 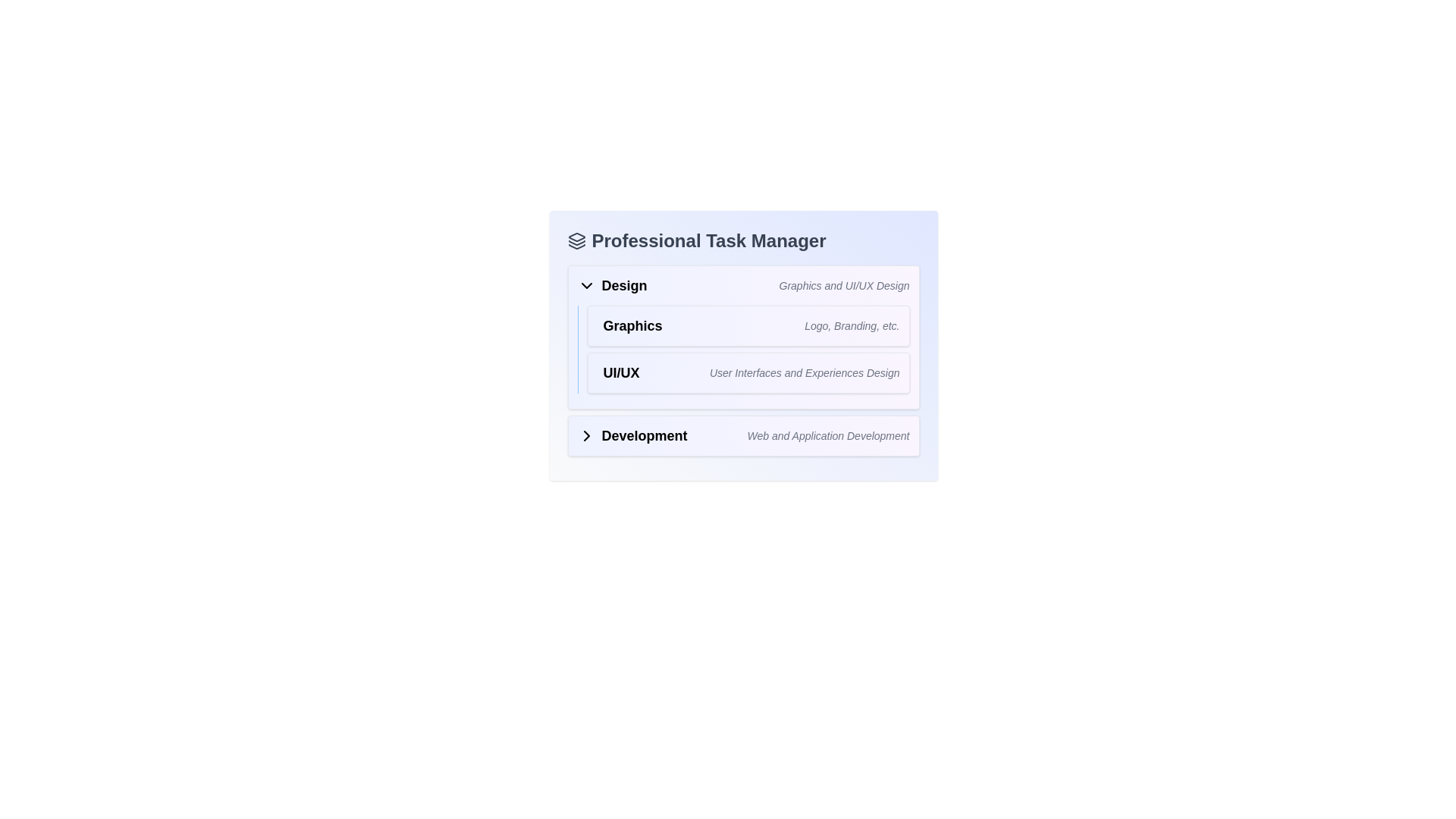 What do you see at coordinates (585, 435) in the screenshot?
I see `the right-pointing chevron icon located to the left of the 'Development' label in the 'Professional Task Manager' section` at bounding box center [585, 435].